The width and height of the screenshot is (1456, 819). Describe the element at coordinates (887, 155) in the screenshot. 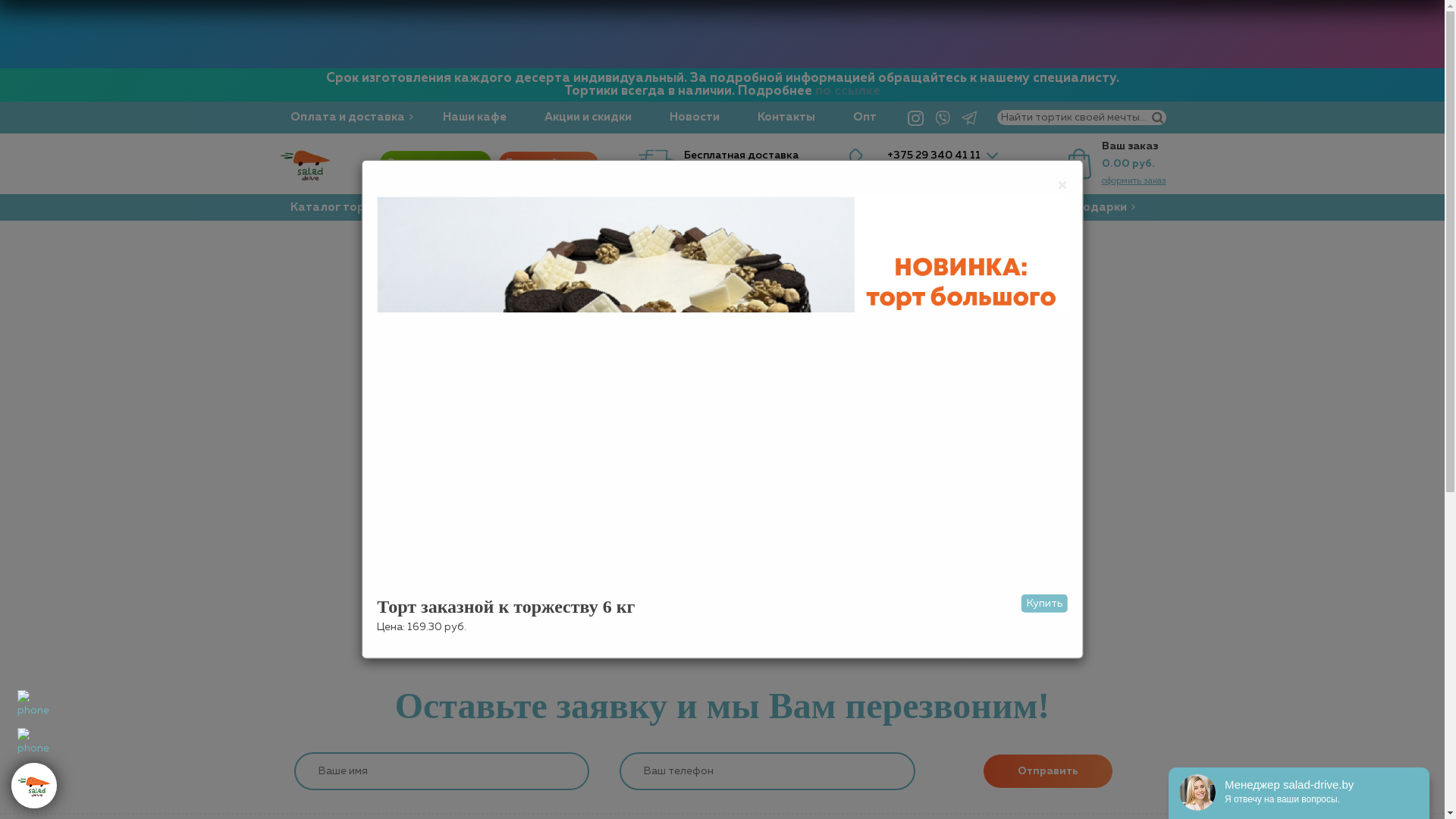

I see `'+375 29 340 41 11'` at that location.